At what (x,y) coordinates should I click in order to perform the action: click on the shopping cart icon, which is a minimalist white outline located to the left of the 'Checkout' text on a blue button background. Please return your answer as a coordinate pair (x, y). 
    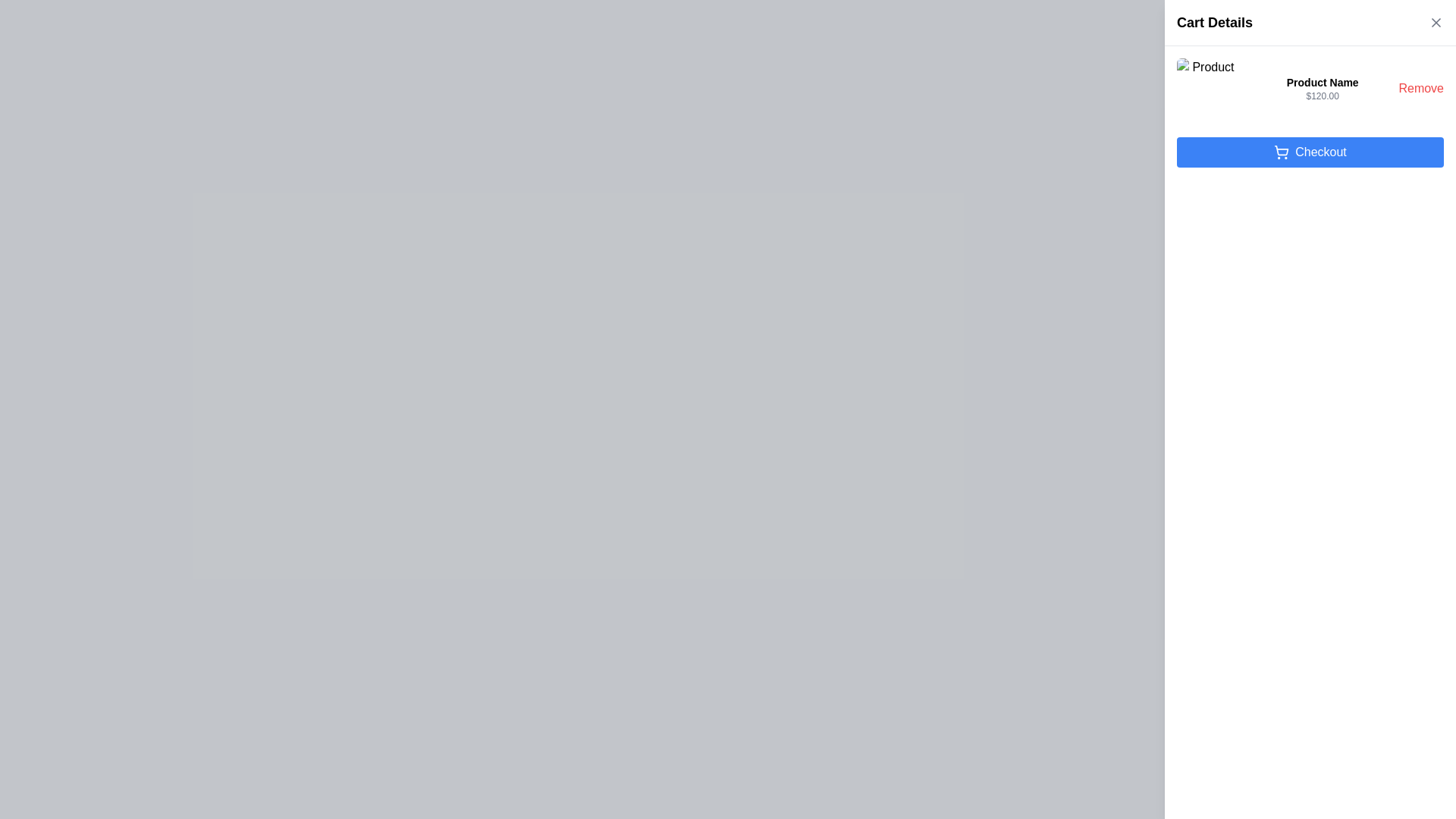
    Looking at the image, I should click on (1281, 152).